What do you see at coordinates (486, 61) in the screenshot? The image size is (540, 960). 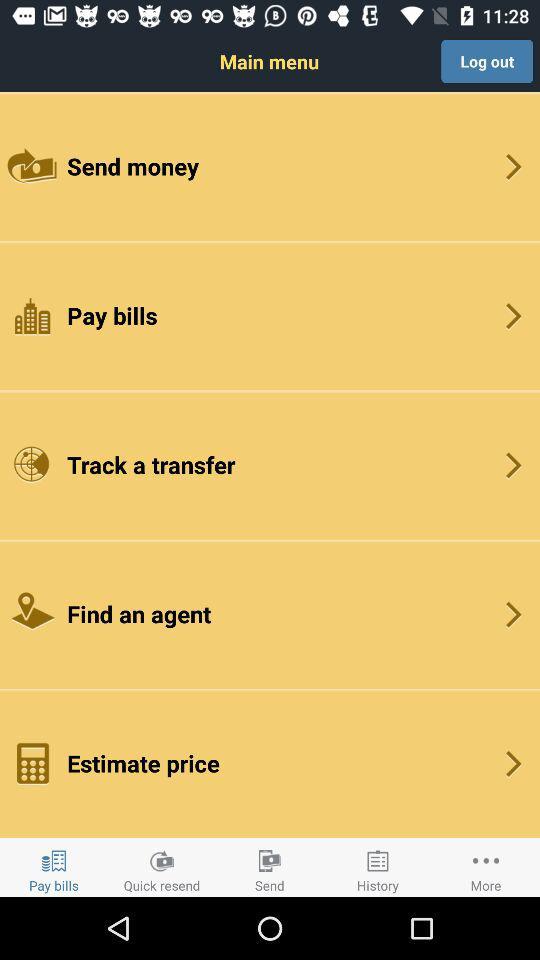 I see `log out` at bounding box center [486, 61].